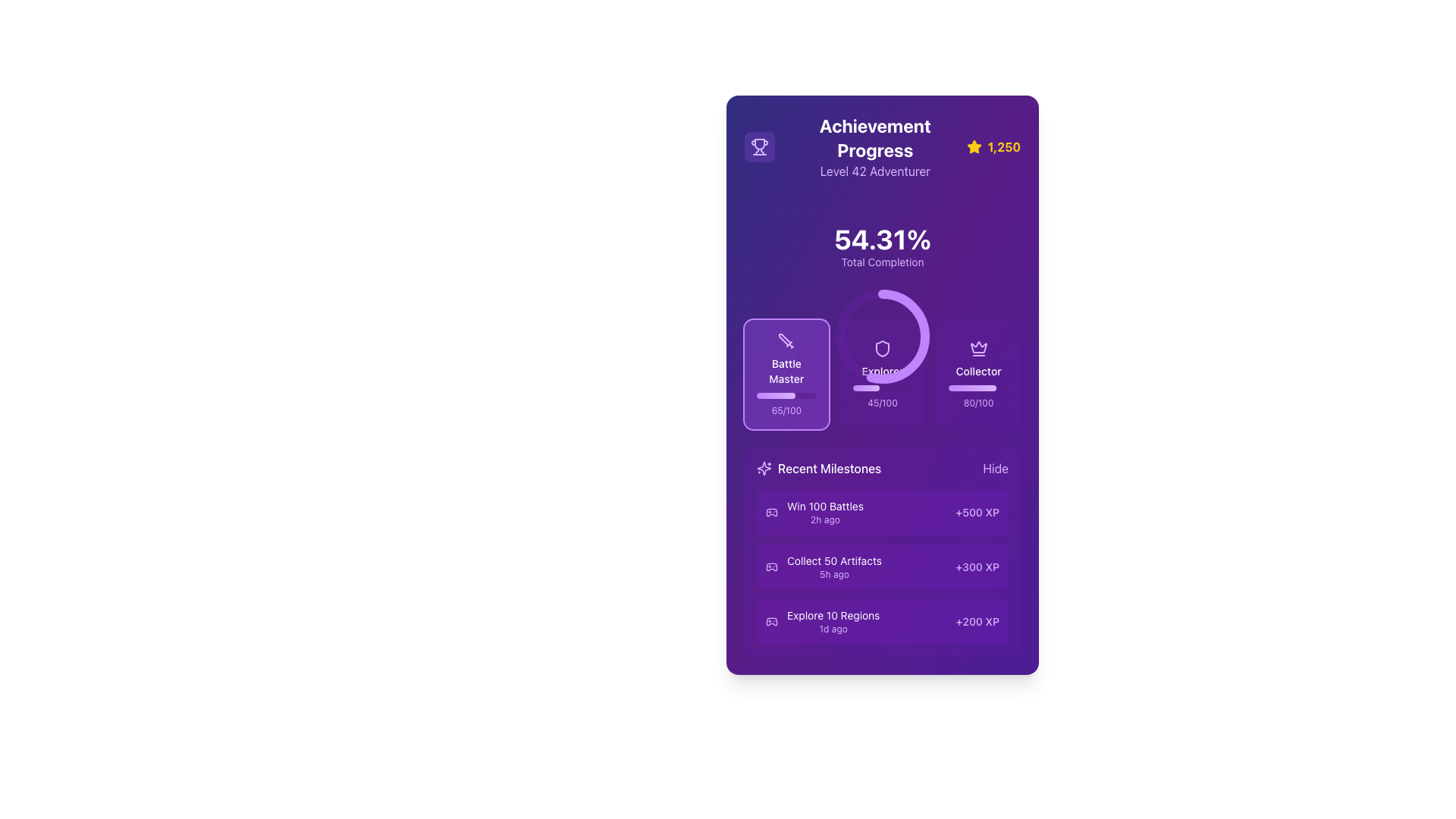  Describe the element at coordinates (822, 622) in the screenshot. I see `the textual component displaying the message 'Explore 10 Regions' alongside the game controller icon within the 'Recent Milestones' card, specifically the third item in the milestone list` at that location.